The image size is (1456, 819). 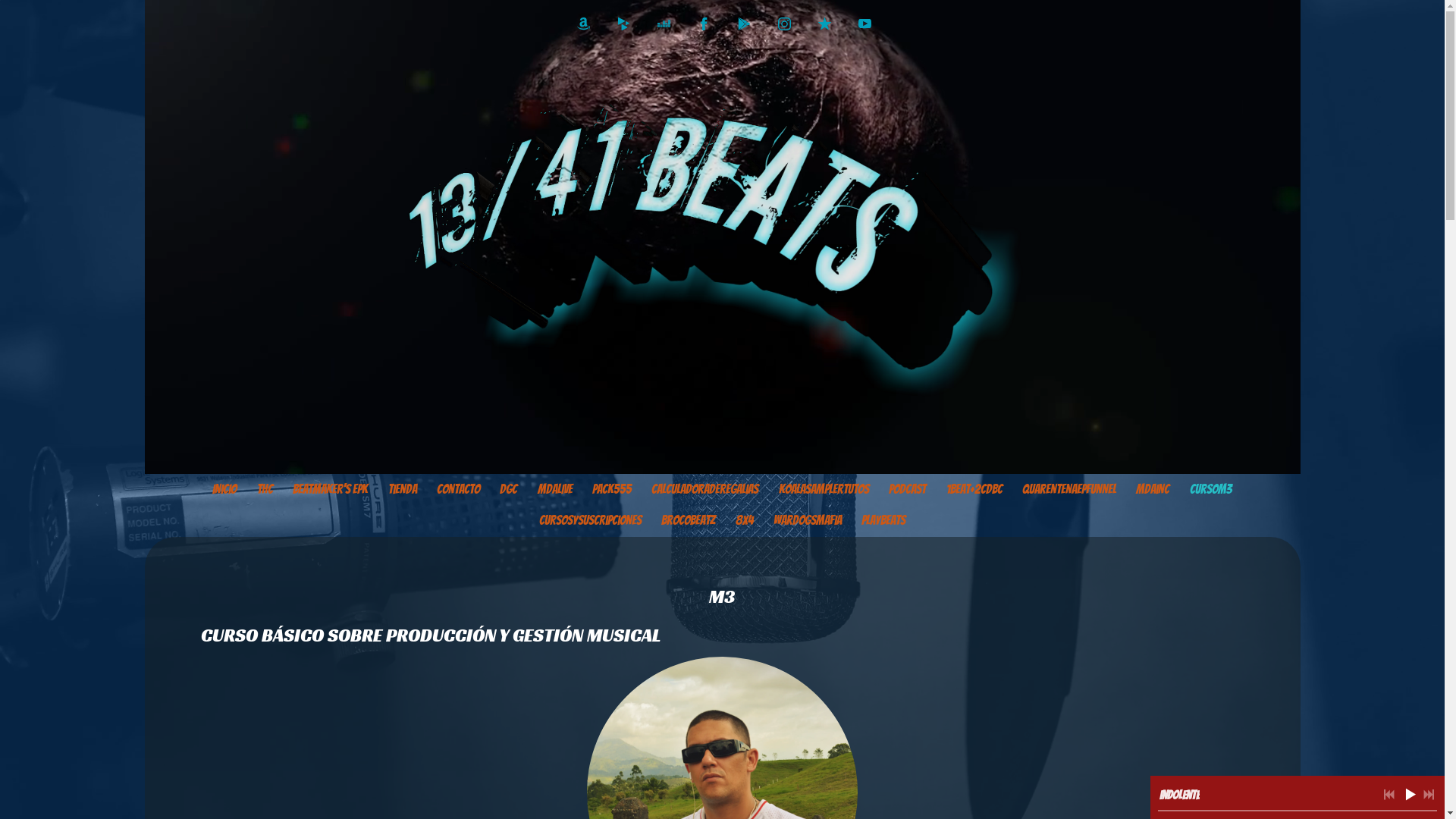 What do you see at coordinates (1153, 489) in the screenshot?
I see `'MDAinc'` at bounding box center [1153, 489].